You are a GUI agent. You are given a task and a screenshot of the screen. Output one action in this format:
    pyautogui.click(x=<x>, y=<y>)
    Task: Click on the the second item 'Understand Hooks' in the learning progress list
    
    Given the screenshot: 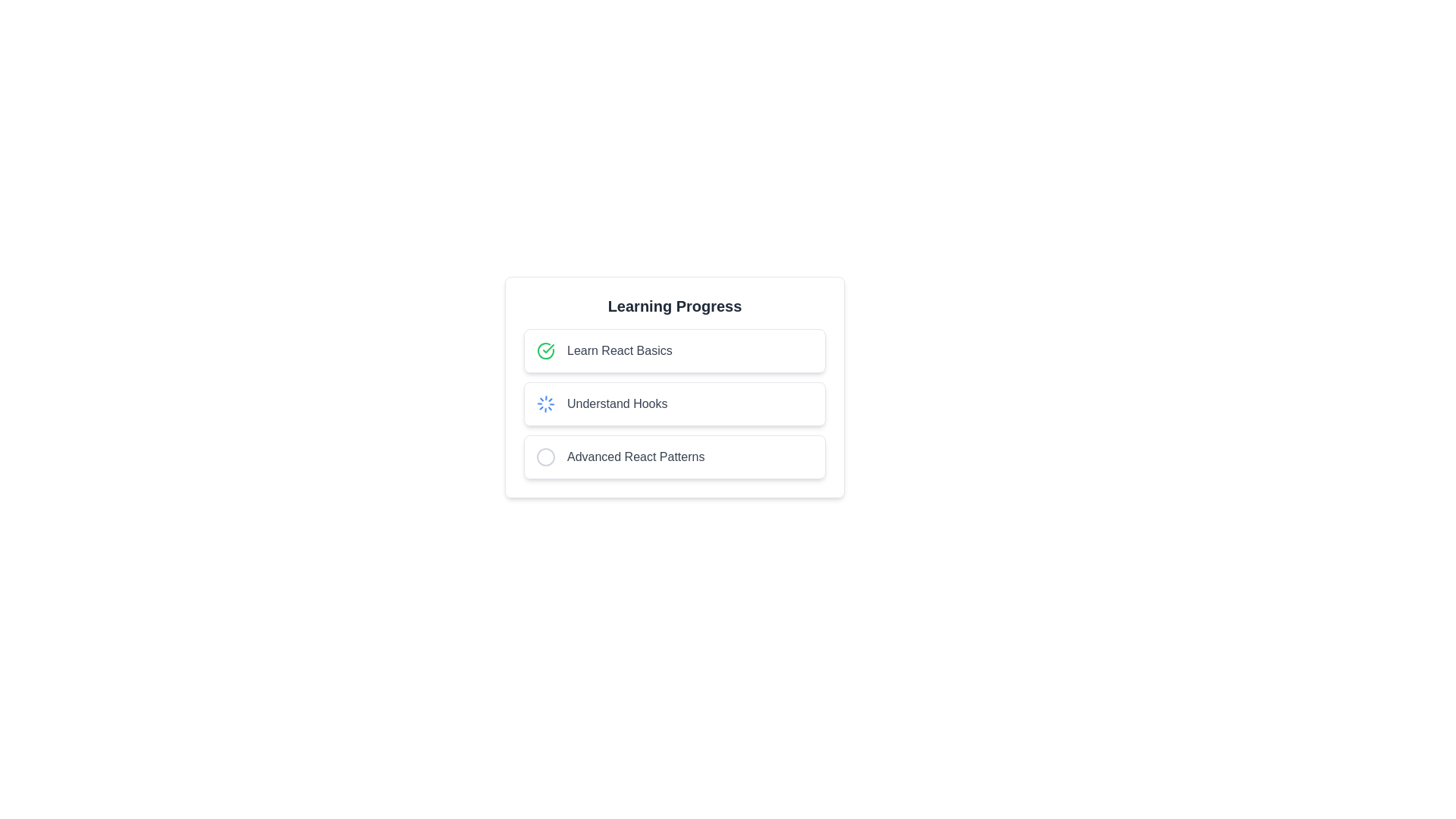 What is the action you would take?
    pyautogui.click(x=673, y=403)
    